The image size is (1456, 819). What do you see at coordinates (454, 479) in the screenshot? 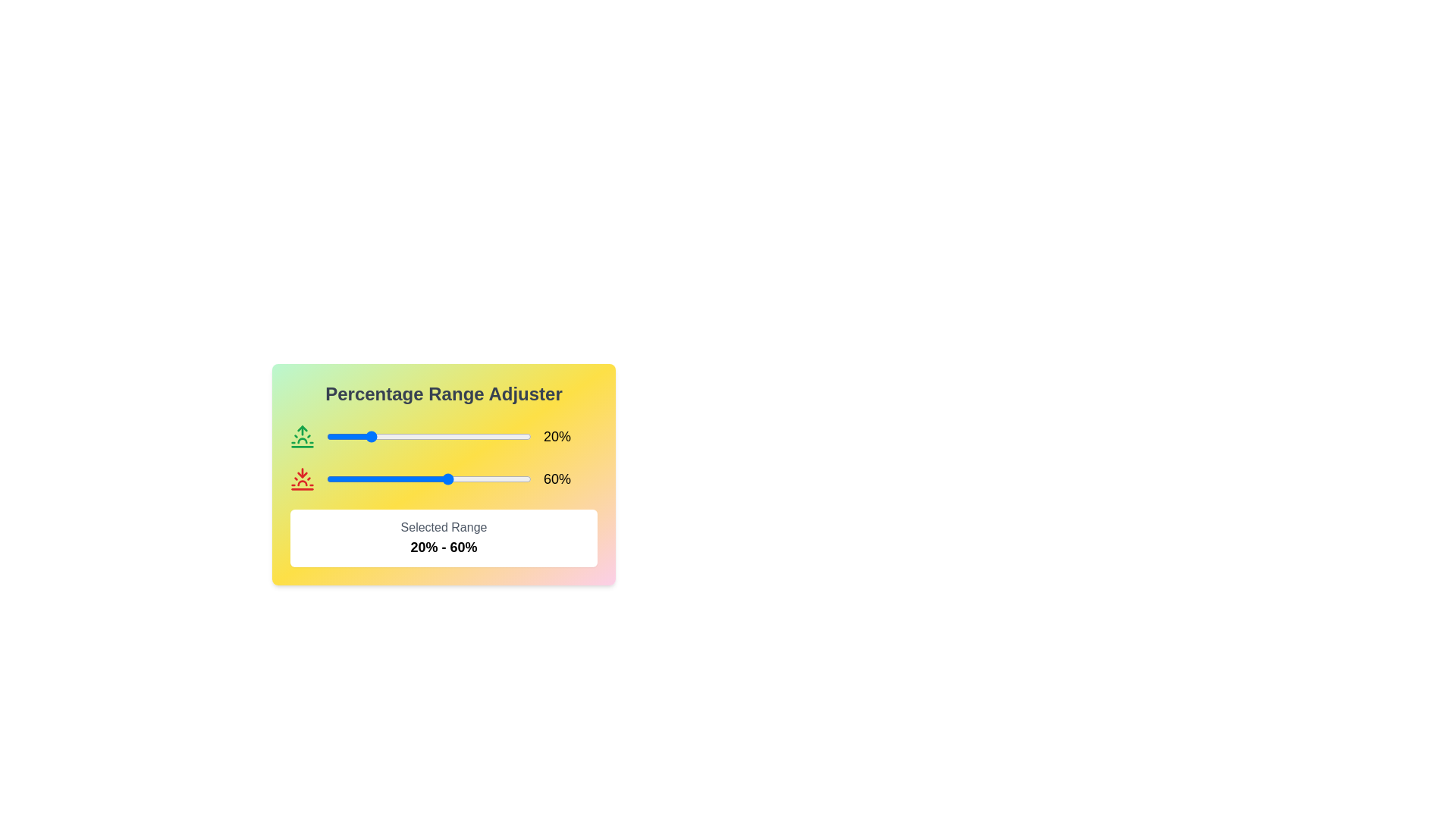
I see `the slider position` at bounding box center [454, 479].